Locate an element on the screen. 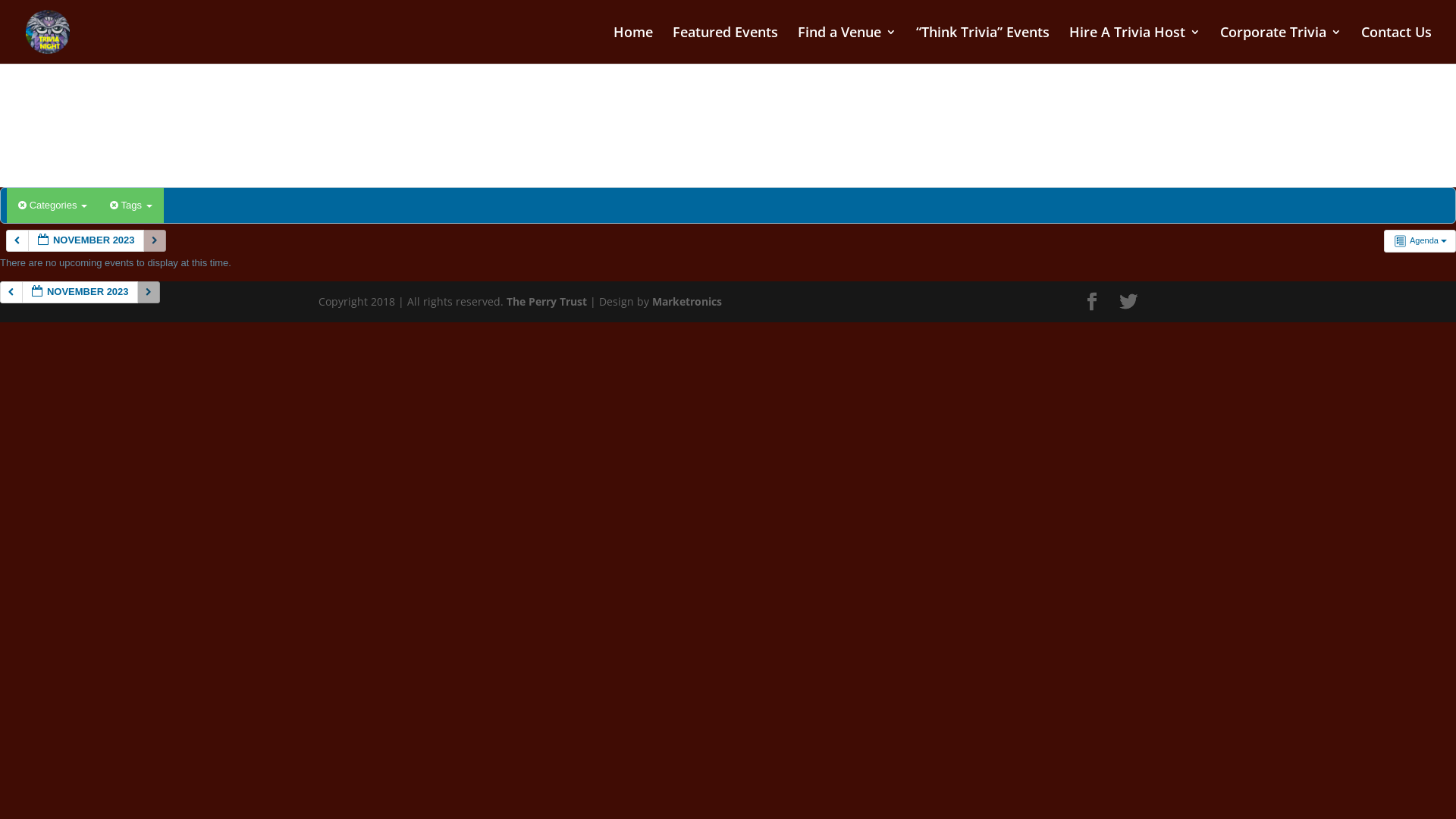  'Find a Venue' is located at coordinates (846, 44).